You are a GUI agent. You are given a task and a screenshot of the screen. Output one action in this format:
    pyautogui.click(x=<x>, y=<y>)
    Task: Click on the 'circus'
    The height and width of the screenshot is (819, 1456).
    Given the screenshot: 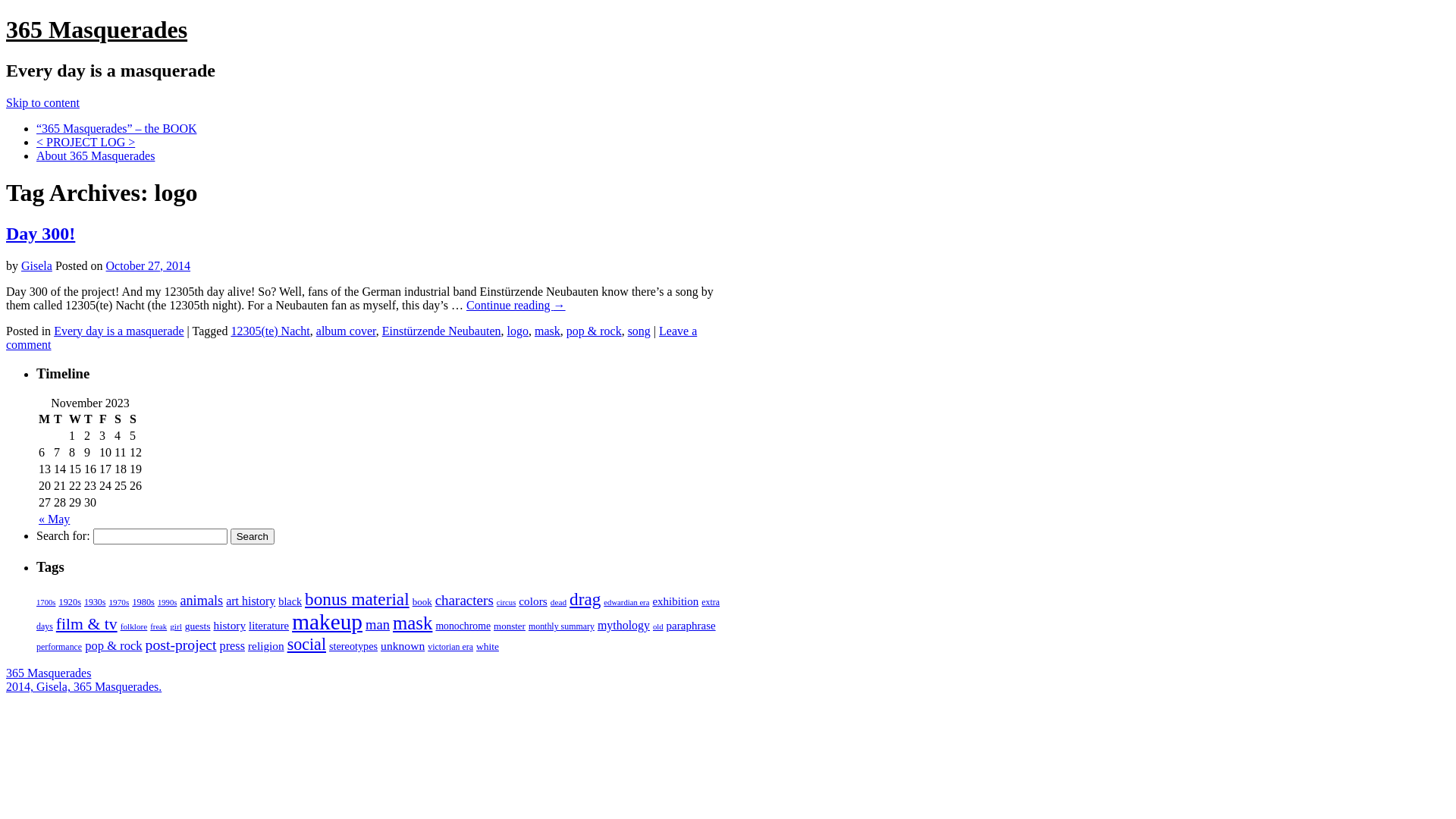 What is the action you would take?
    pyautogui.click(x=496, y=601)
    